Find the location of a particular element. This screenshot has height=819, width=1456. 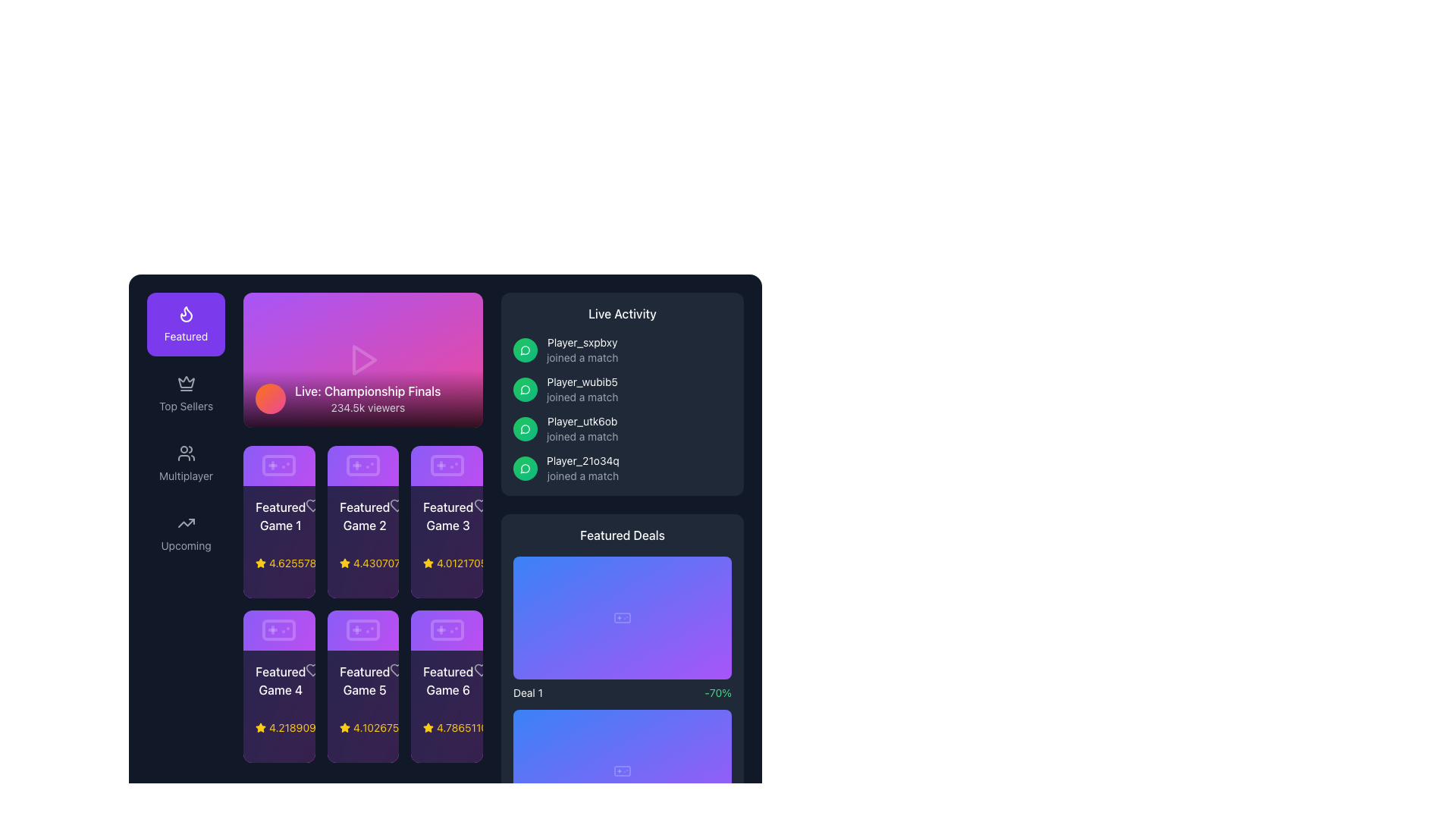

the Text label displaying the number of users currently online for the 'Featured Game 2' card, which is positioned farthest to the right among its siblings at the bottom of the card is located at coordinates (394, 563).